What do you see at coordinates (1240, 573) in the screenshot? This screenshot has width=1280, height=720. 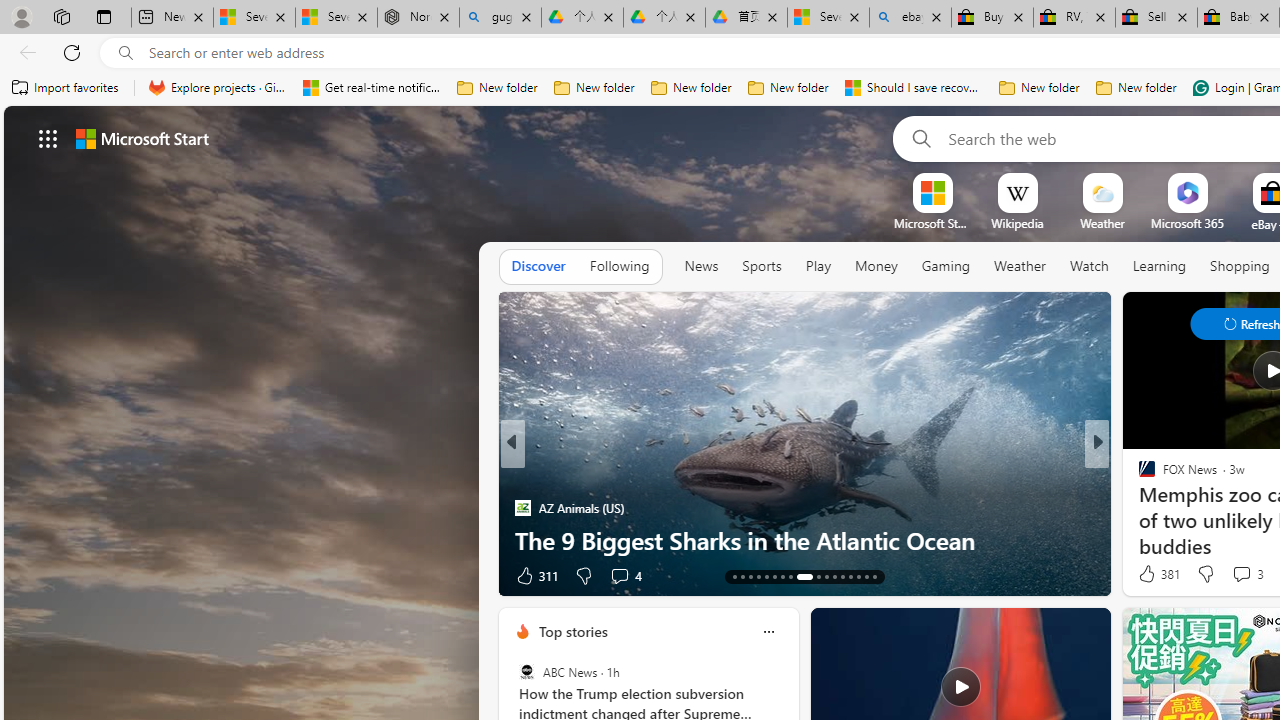 I see `'View comments 3 Comment'` at bounding box center [1240, 573].